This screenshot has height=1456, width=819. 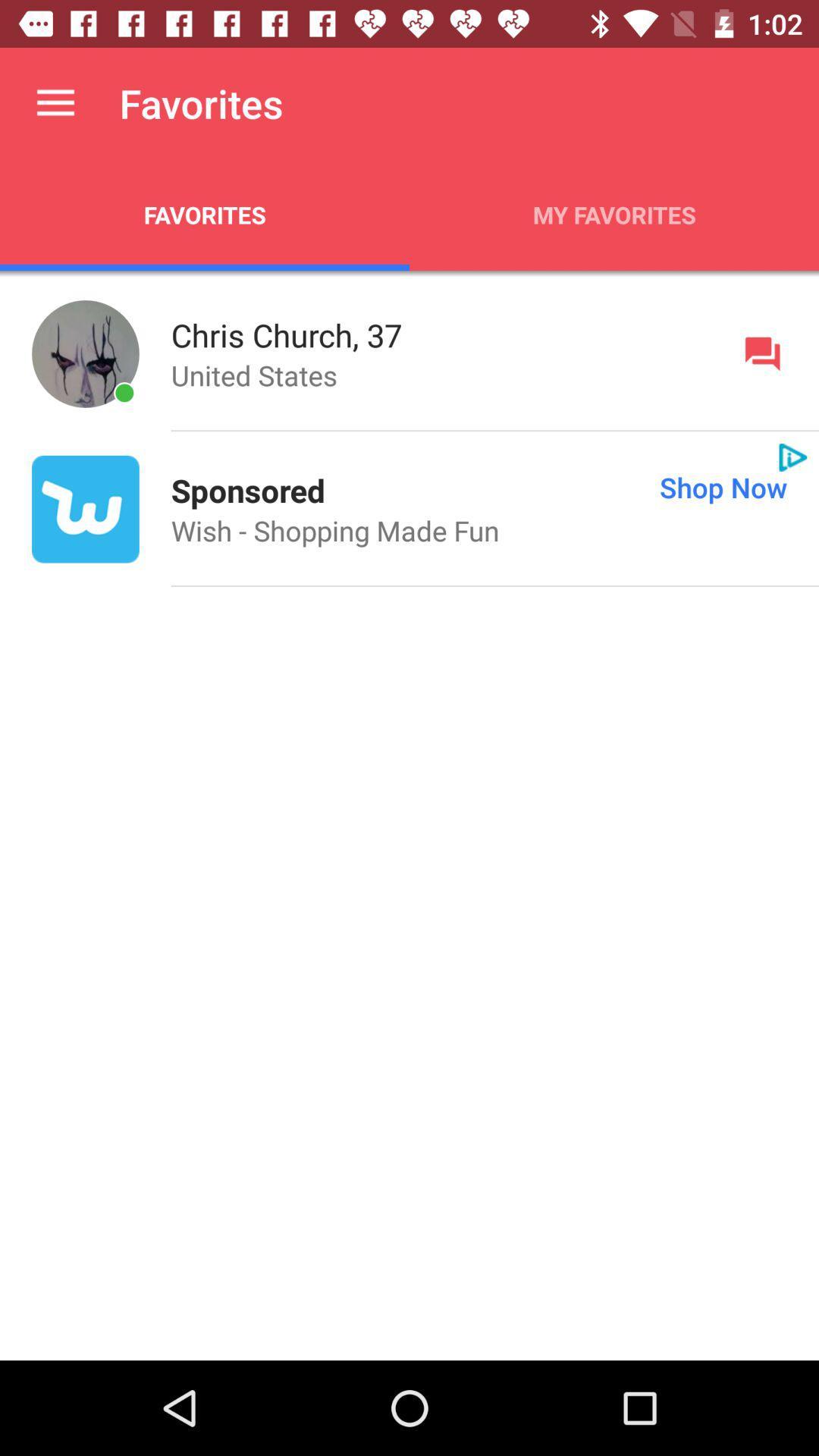 I want to click on sponsored app, so click(x=247, y=490).